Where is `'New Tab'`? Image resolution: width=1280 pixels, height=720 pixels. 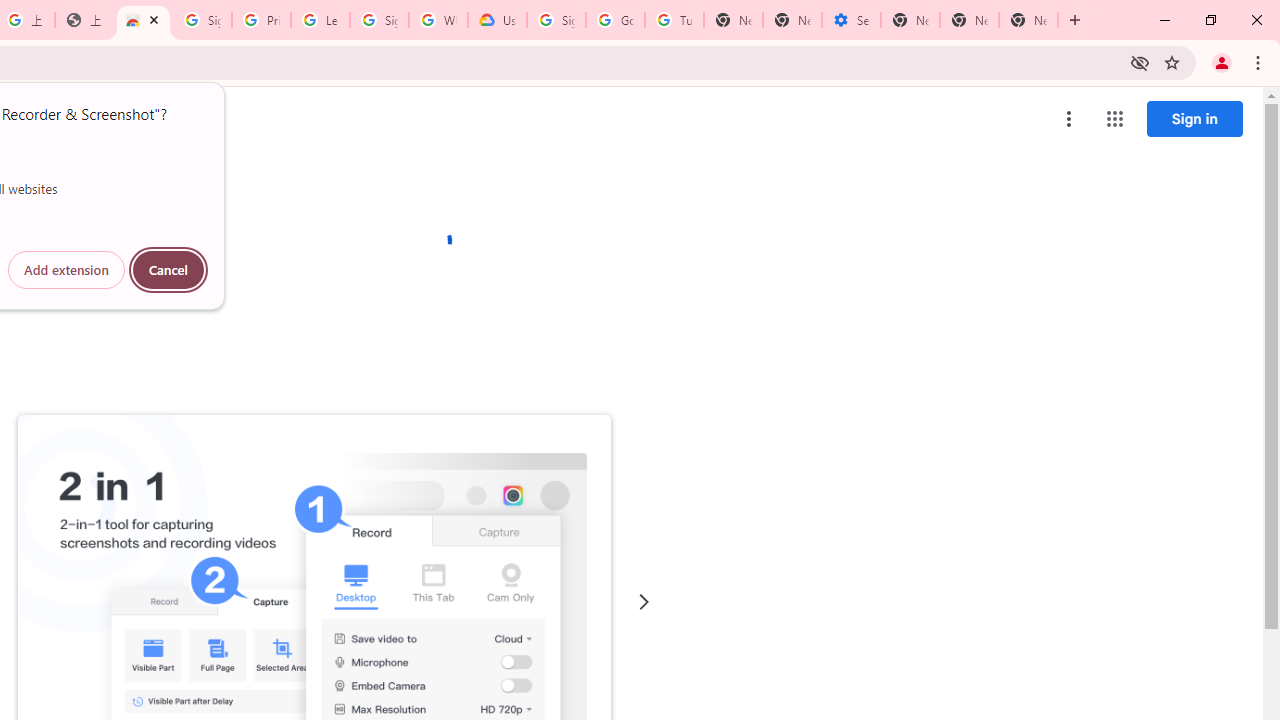 'New Tab' is located at coordinates (1028, 20).